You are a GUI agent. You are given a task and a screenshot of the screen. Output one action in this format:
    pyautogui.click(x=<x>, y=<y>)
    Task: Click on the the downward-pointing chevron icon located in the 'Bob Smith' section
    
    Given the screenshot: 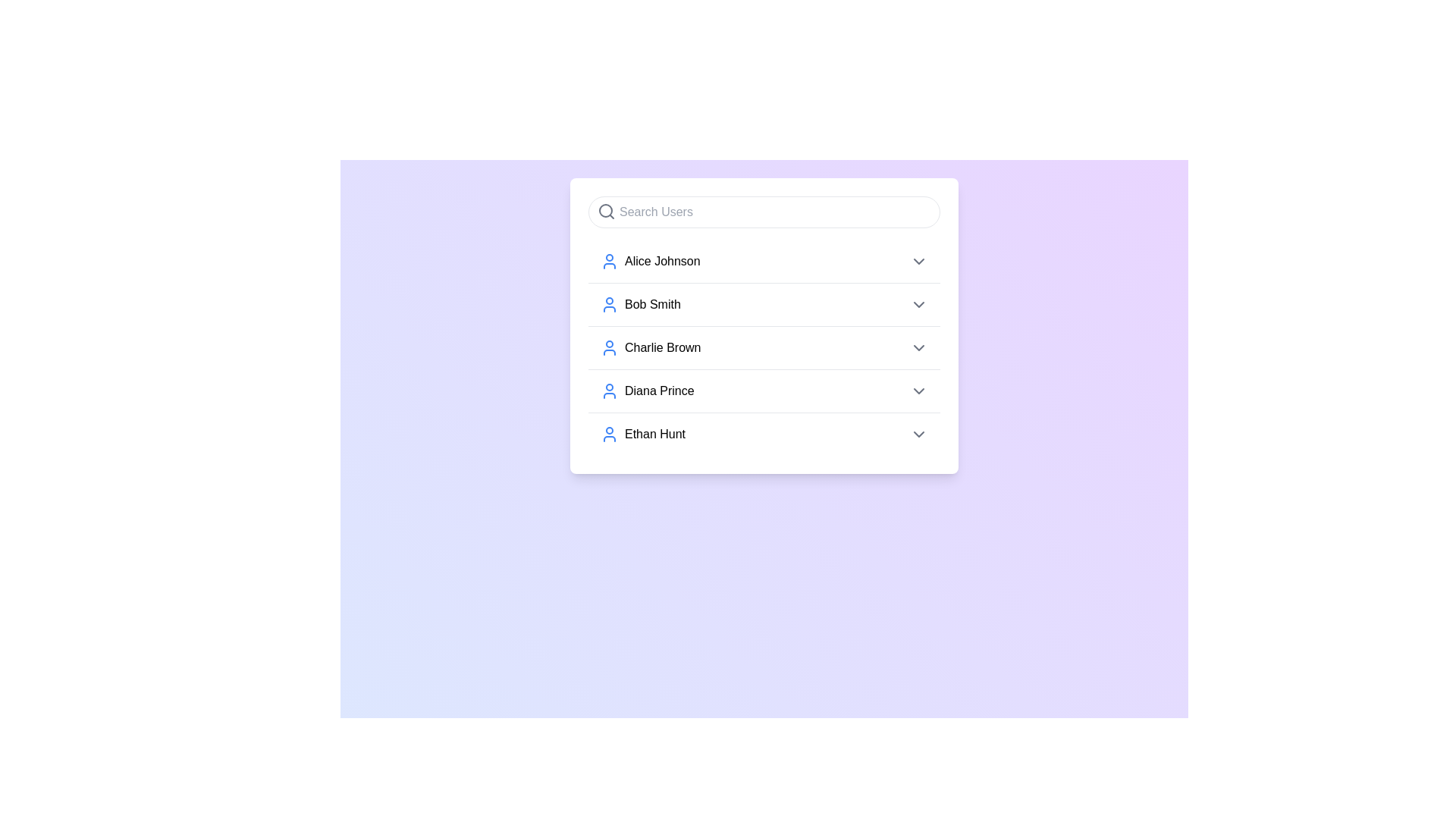 What is the action you would take?
    pyautogui.click(x=918, y=304)
    